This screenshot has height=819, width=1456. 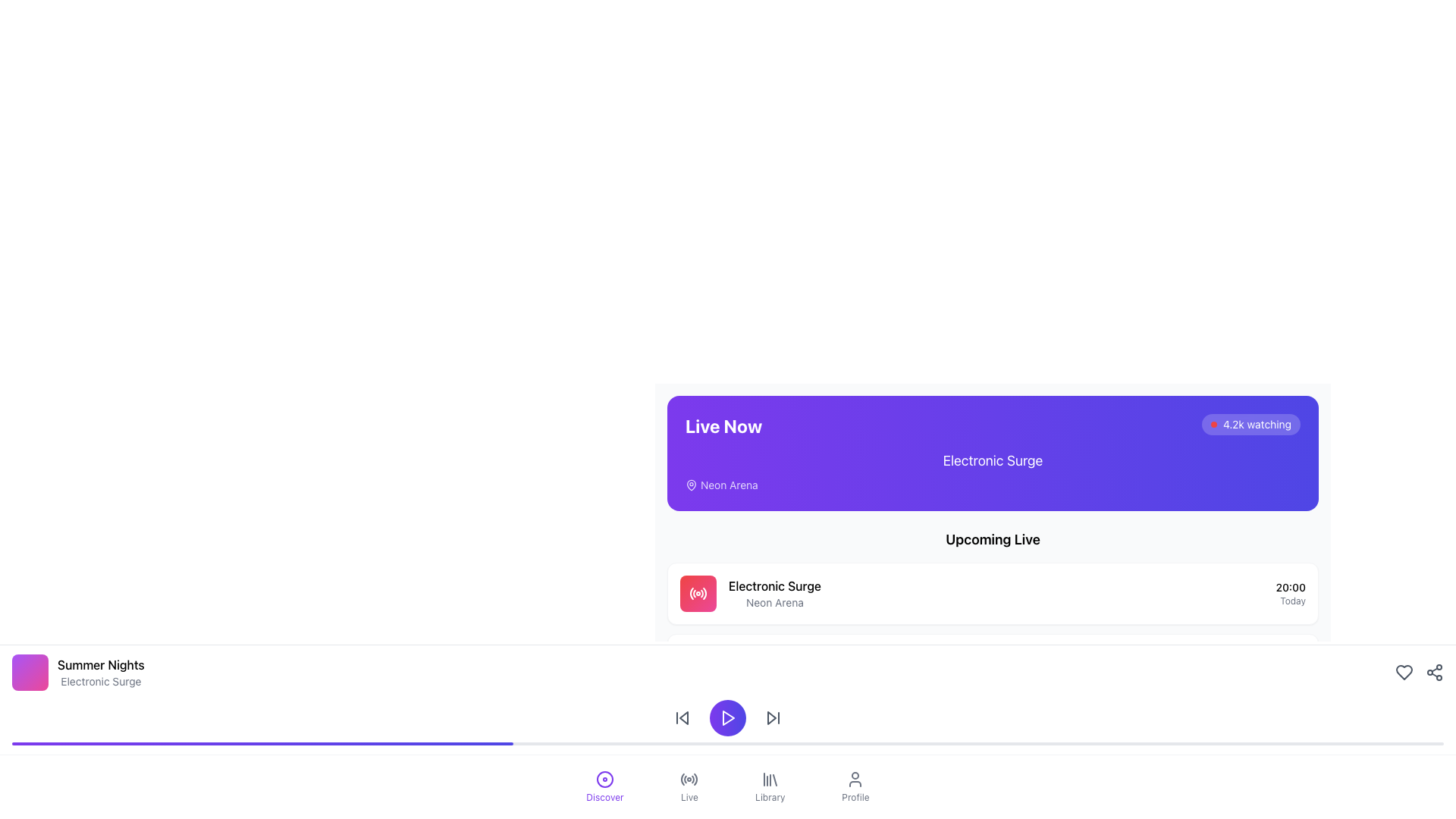 I want to click on the rounded rectangular banner with a gradient background that contains the text 'Live Now', 'Electronic Surge', and 'Neon Arena', located in the upper center area of the interface, so click(x=993, y=452).